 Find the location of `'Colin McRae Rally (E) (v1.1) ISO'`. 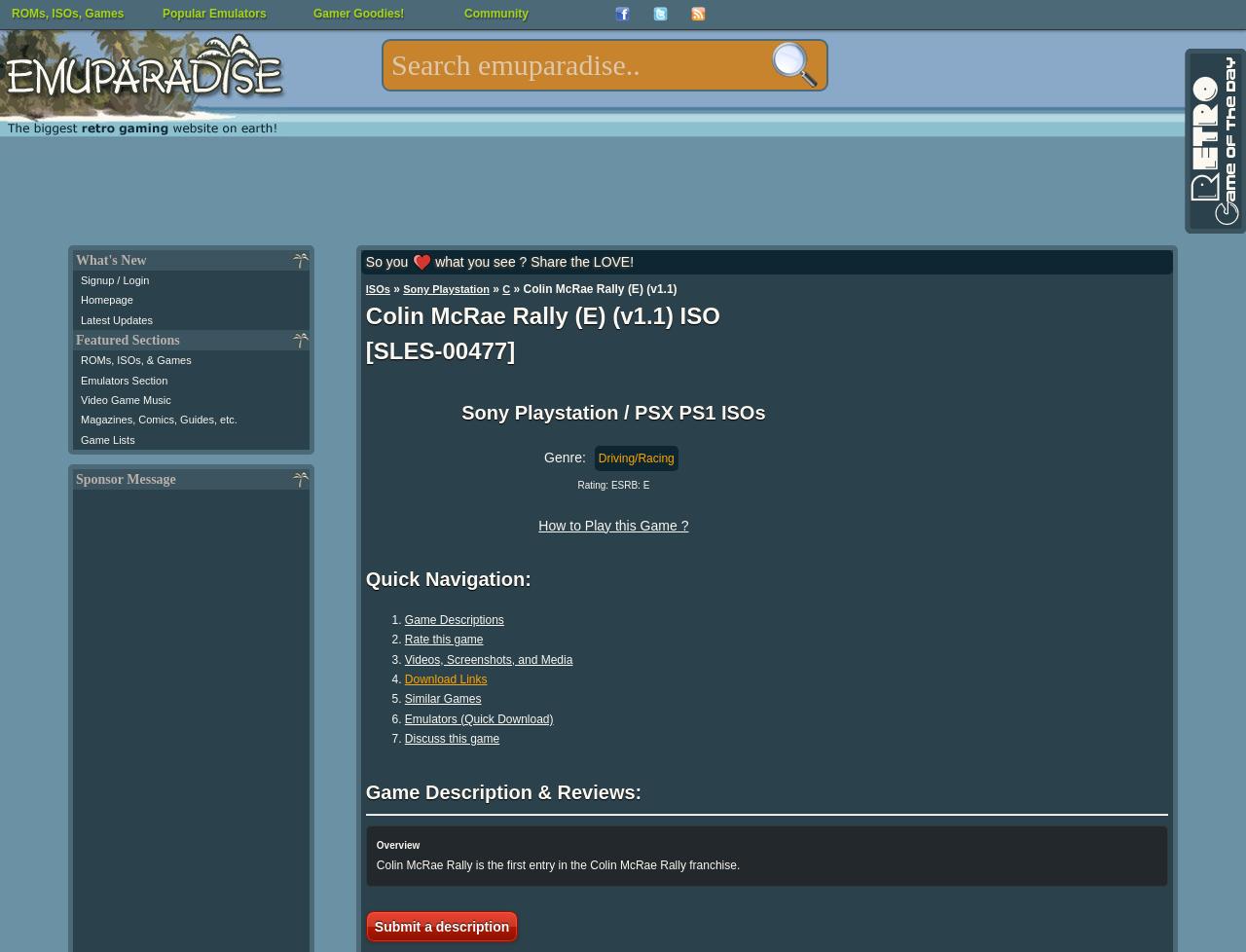

'Colin McRae Rally (E) (v1.1) ISO' is located at coordinates (542, 314).